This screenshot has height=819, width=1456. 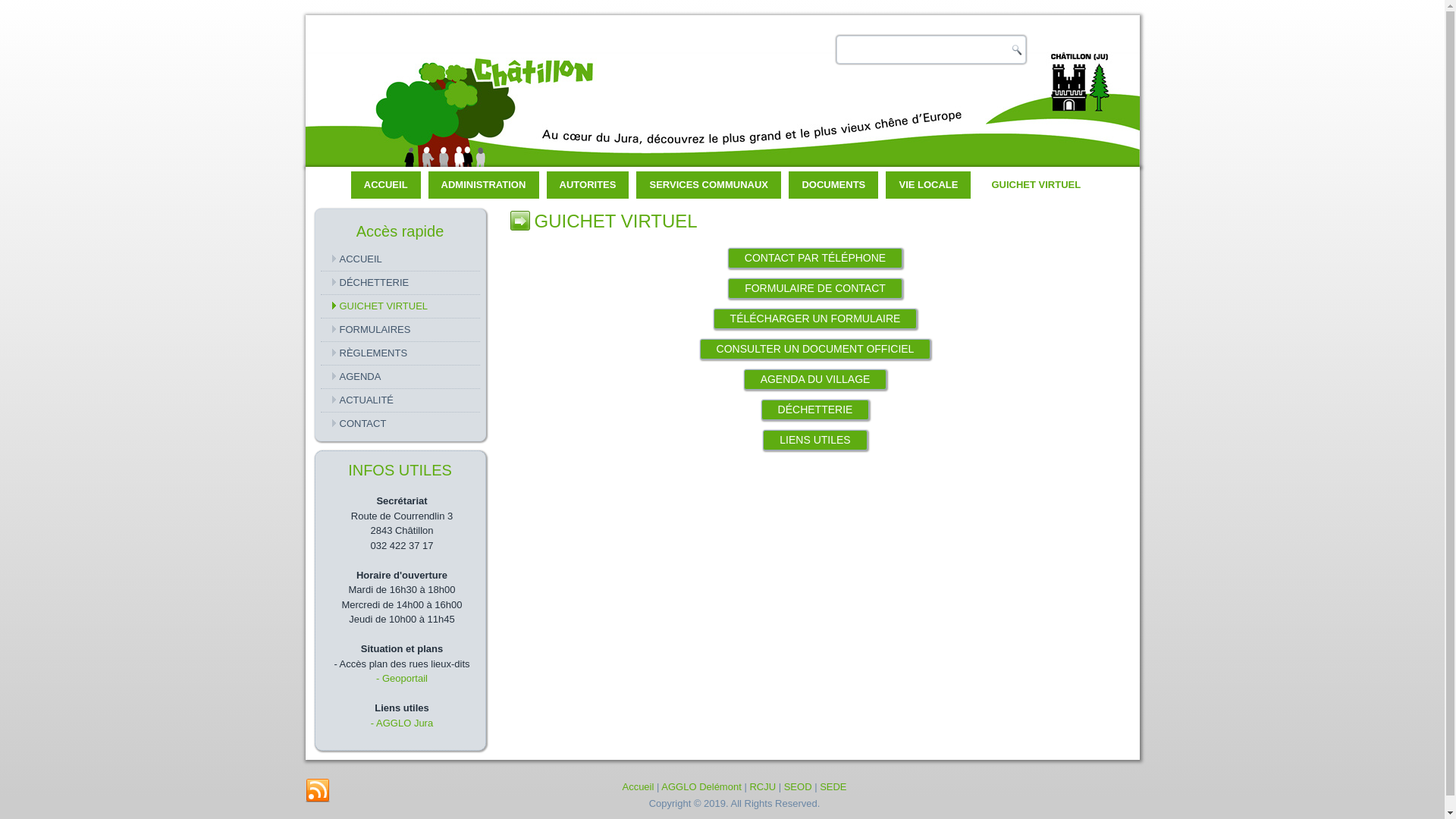 What do you see at coordinates (400, 376) in the screenshot?
I see `'AGENDA'` at bounding box center [400, 376].